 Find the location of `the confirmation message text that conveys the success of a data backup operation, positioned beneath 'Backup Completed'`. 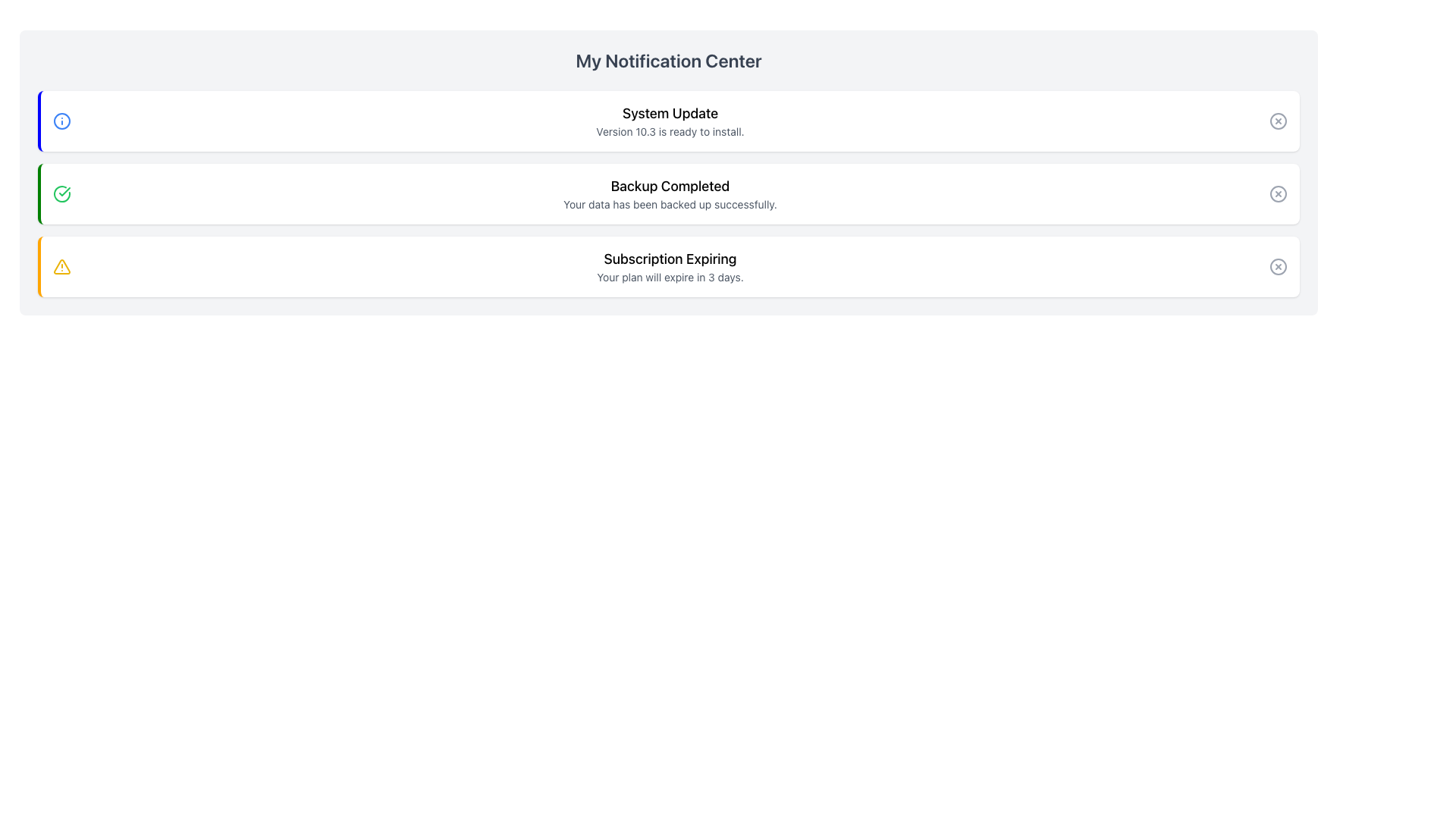

the confirmation message text that conveys the success of a data backup operation, positioned beneath 'Backup Completed' is located at coordinates (669, 205).